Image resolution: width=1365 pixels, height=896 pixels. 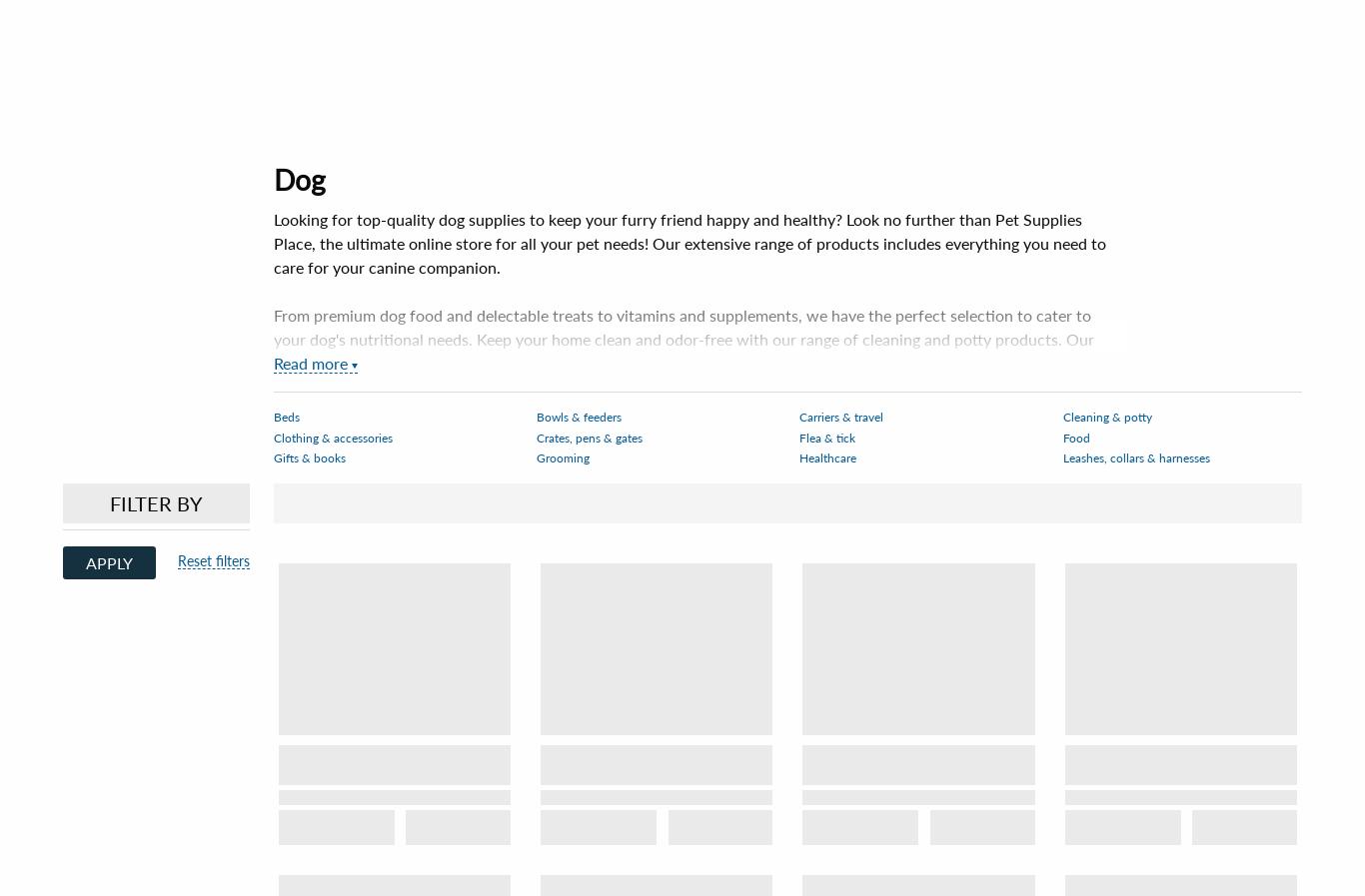 I want to click on 'Your recently viewed items', so click(x=682, y=338).